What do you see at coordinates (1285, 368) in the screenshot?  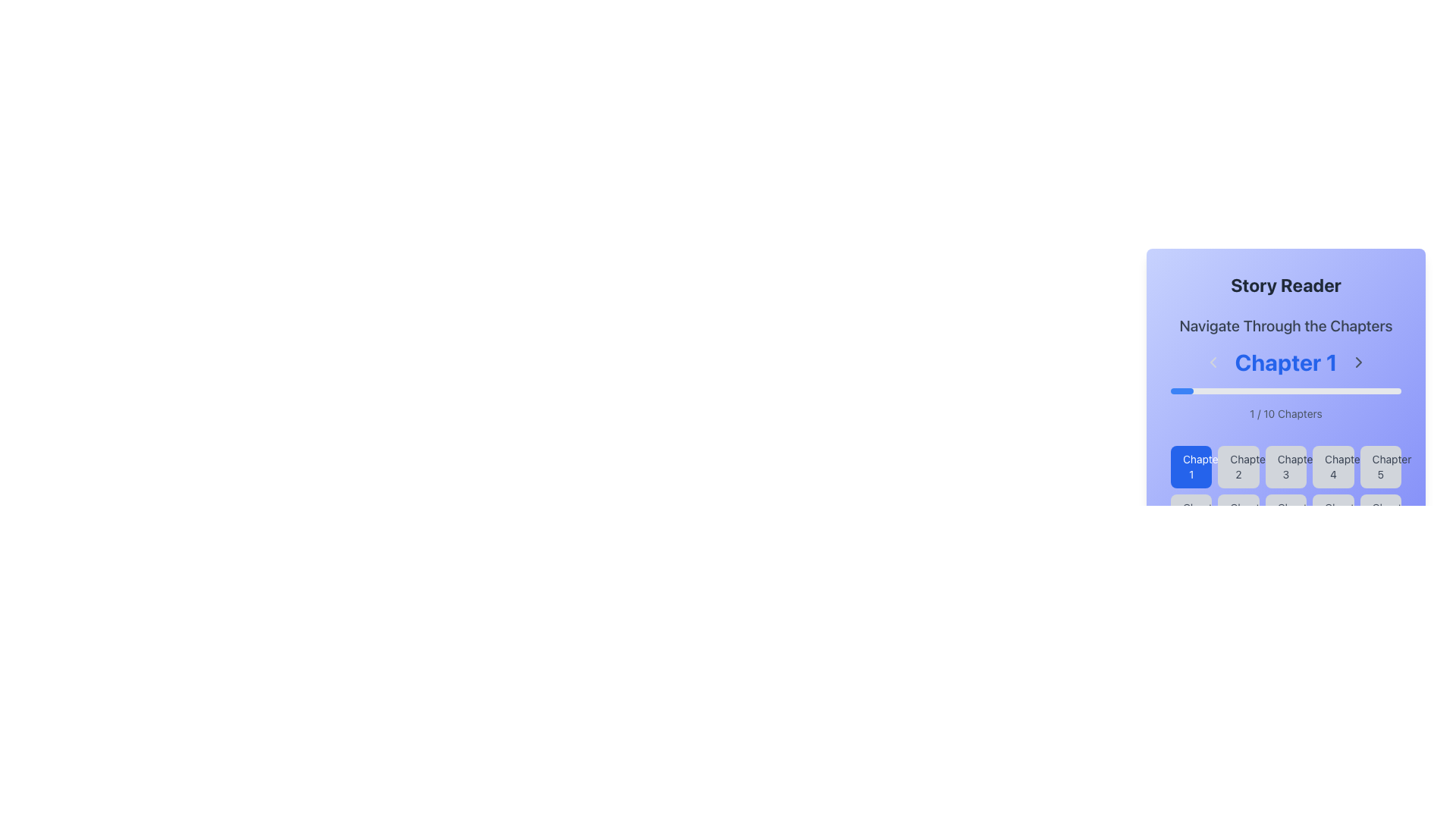 I see `the text header displaying 'Chapter 1' in a bold, large, vibrant blue font, which is centrally positioned below the subtitle 'Navigate Through the Chapters'` at bounding box center [1285, 368].